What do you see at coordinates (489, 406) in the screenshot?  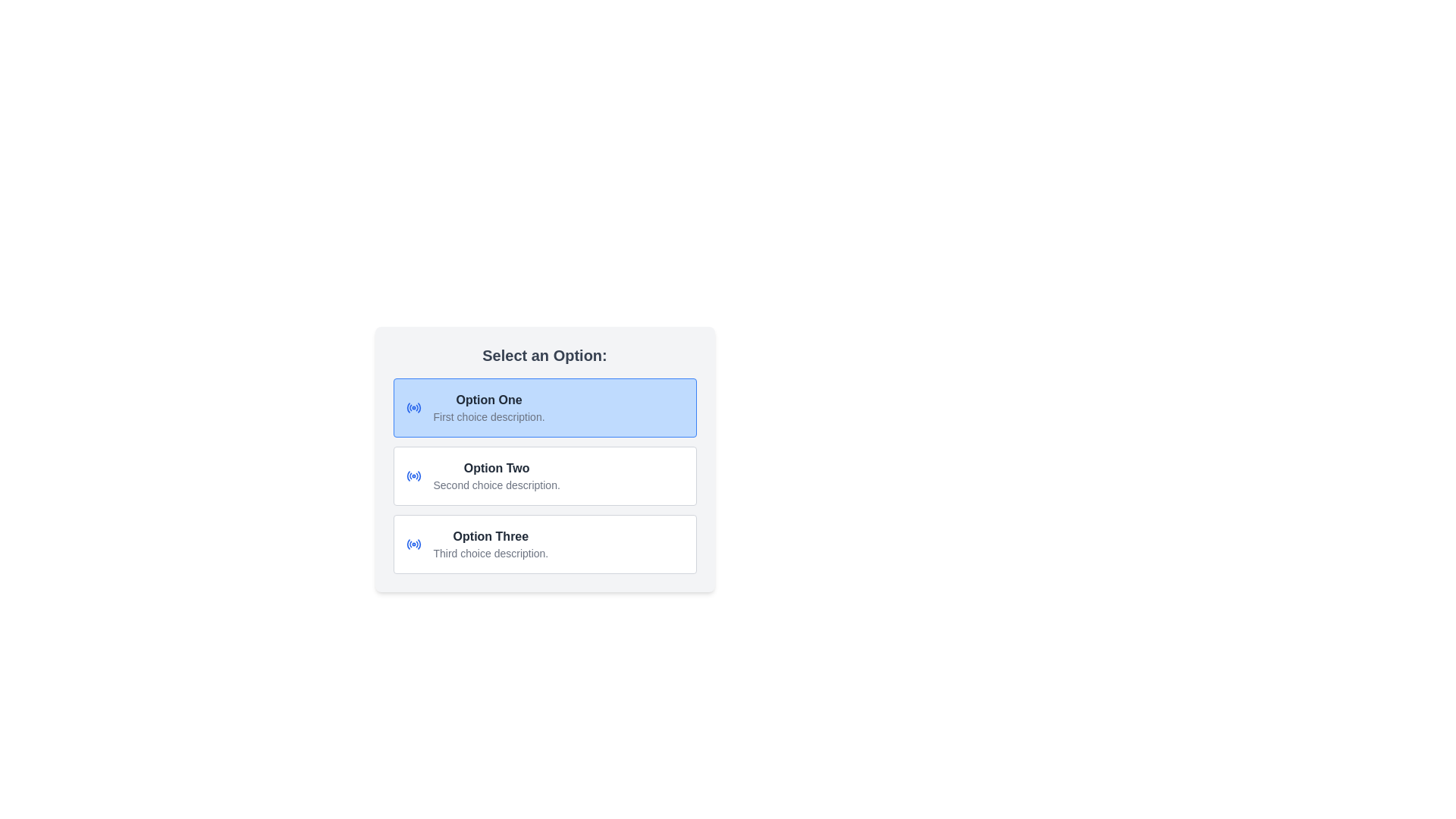 I see `the selectable option labeled 'Option One' that is the first in the list under the heading 'Select an Option:'` at bounding box center [489, 406].